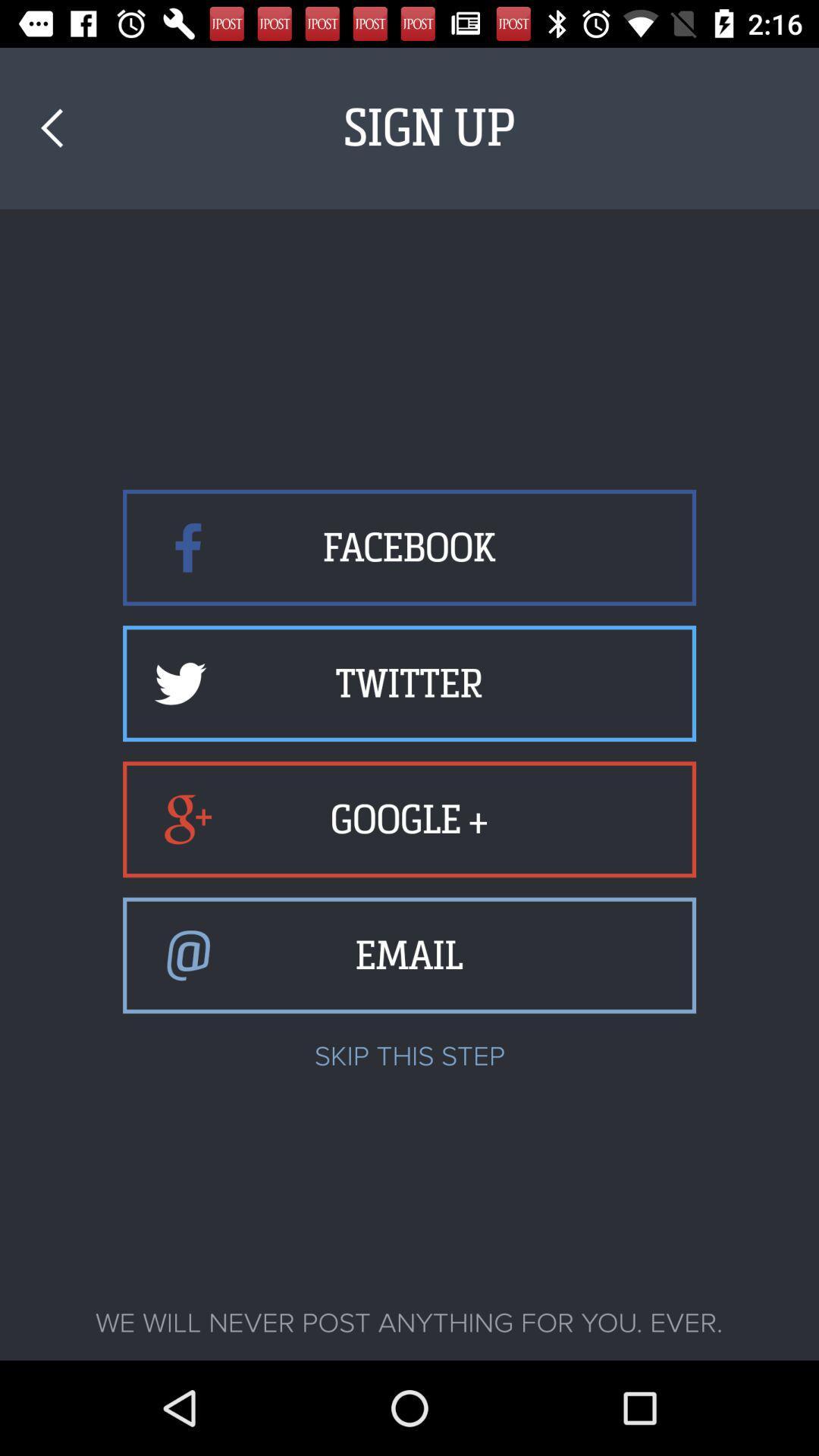  I want to click on item above the we will never icon, so click(51, 128).